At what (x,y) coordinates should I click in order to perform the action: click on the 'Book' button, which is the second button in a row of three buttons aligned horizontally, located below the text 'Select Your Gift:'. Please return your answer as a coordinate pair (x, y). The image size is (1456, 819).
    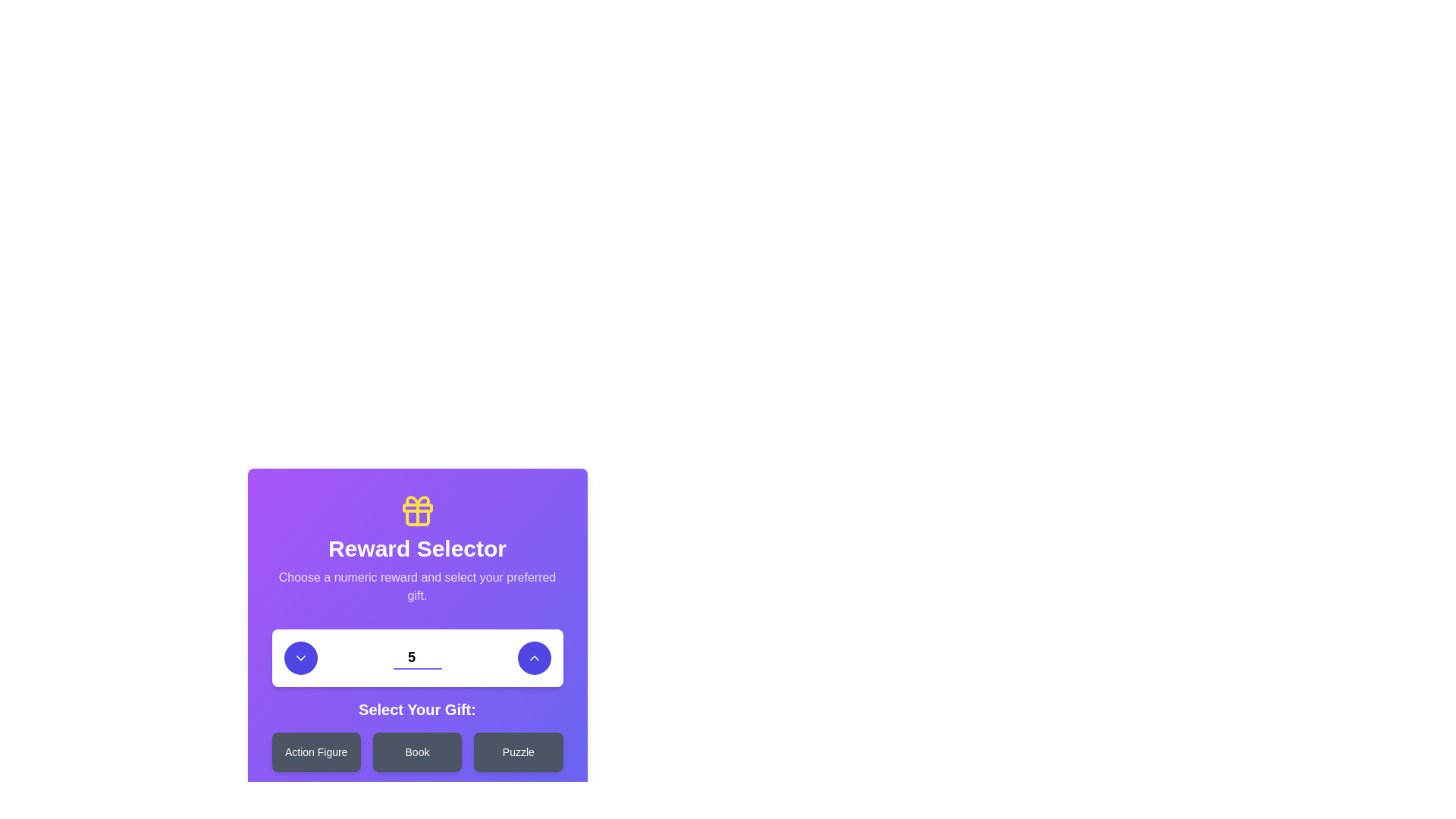
    Looking at the image, I should click on (417, 752).